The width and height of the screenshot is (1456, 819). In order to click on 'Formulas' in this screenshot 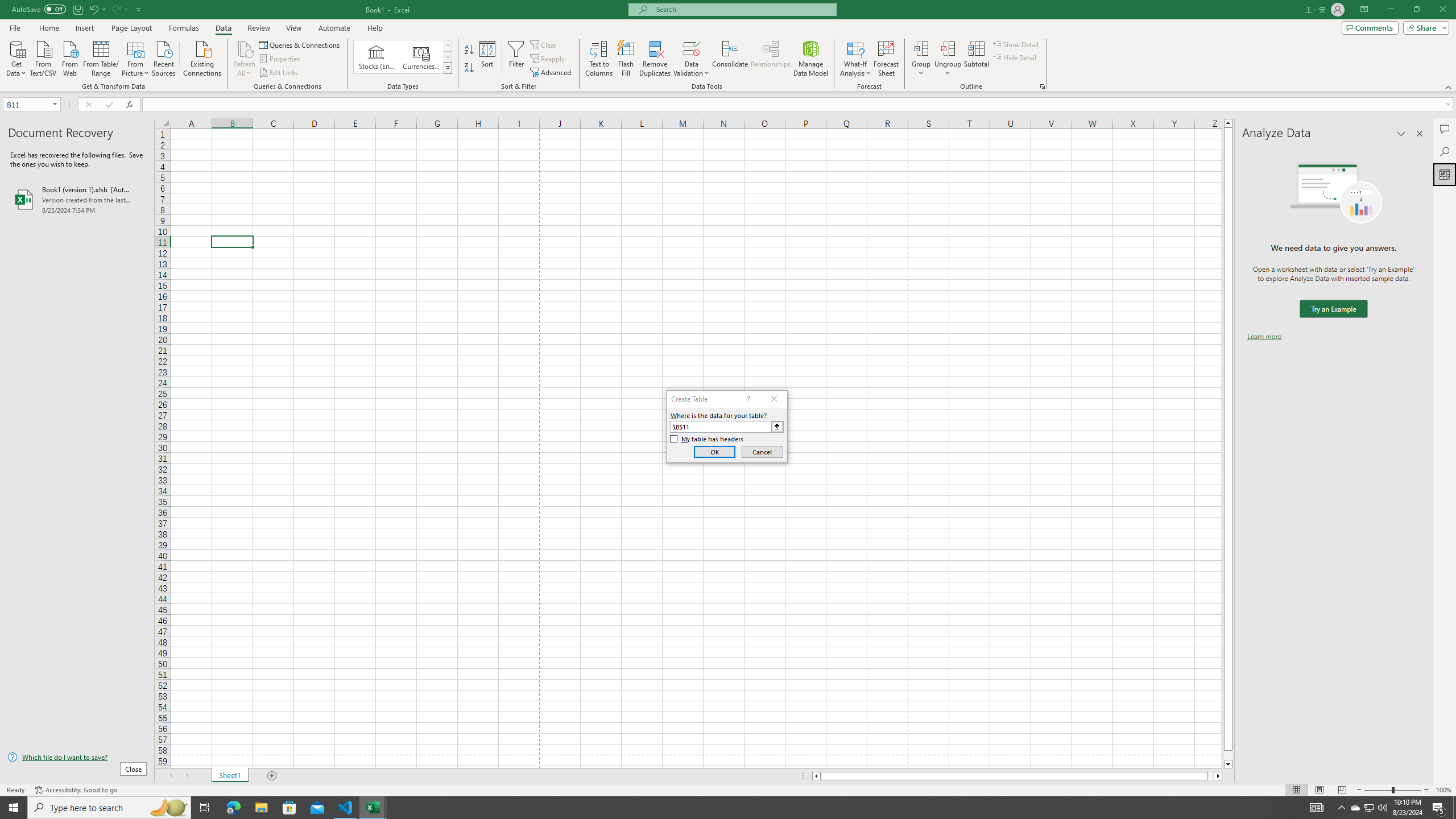, I will do `click(185, 28)`.